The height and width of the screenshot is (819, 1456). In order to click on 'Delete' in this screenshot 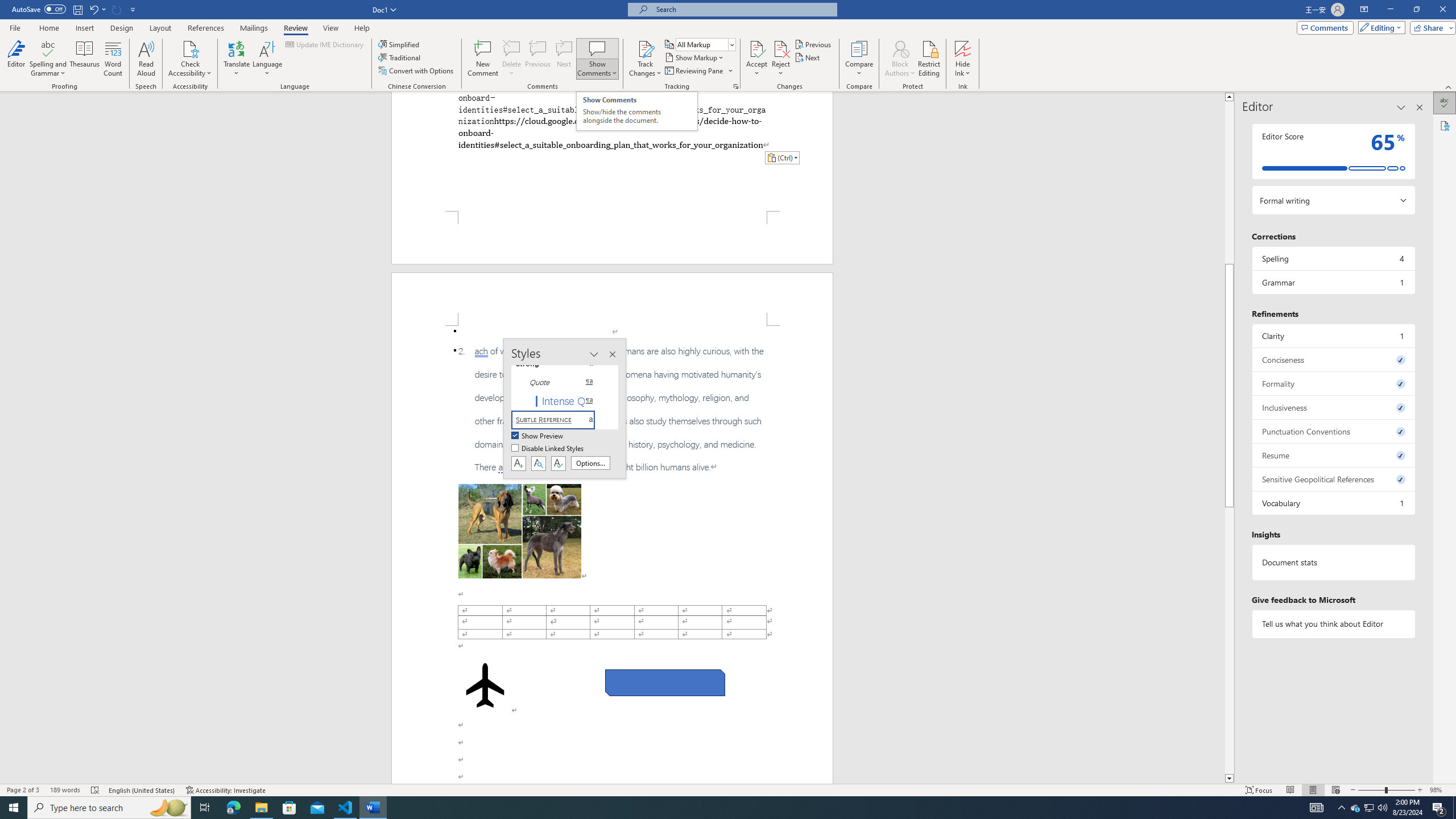, I will do `click(511, 48)`.